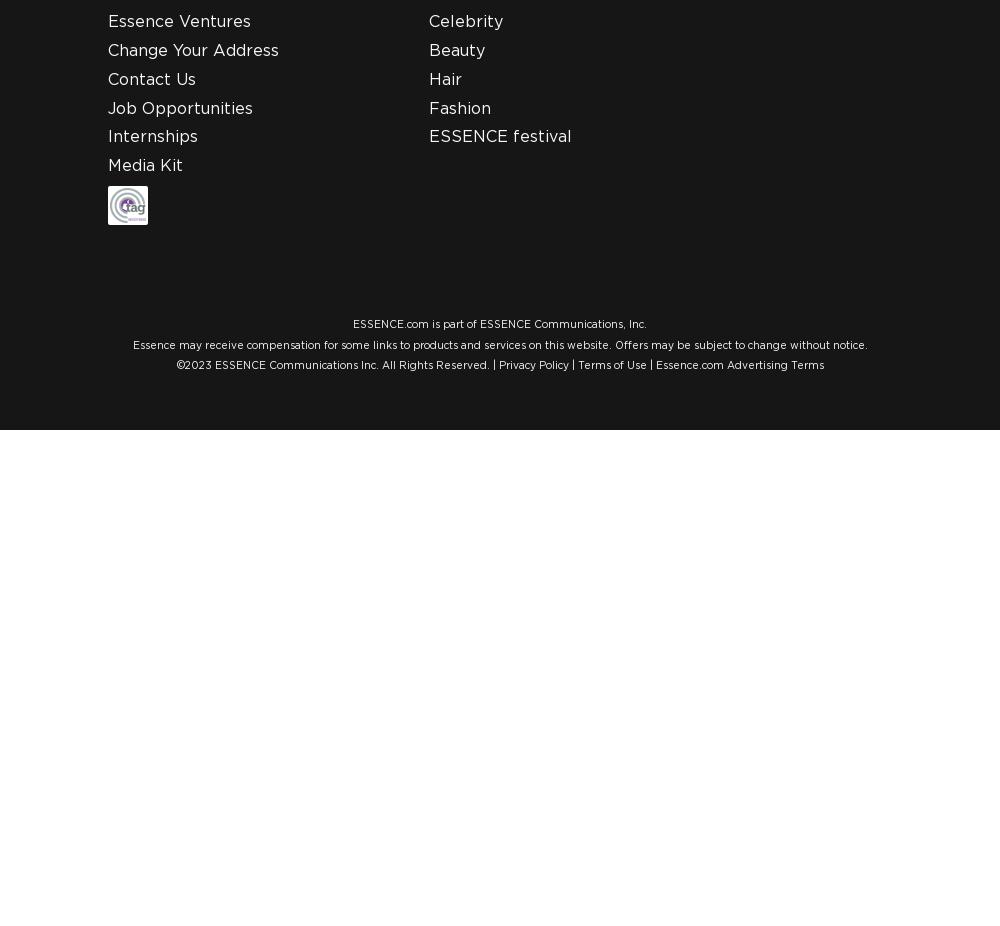 The width and height of the screenshot is (1000, 926). What do you see at coordinates (179, 21) in the screenshot?
I see `'Essence Ventures'` at bounding box center [179, 21].